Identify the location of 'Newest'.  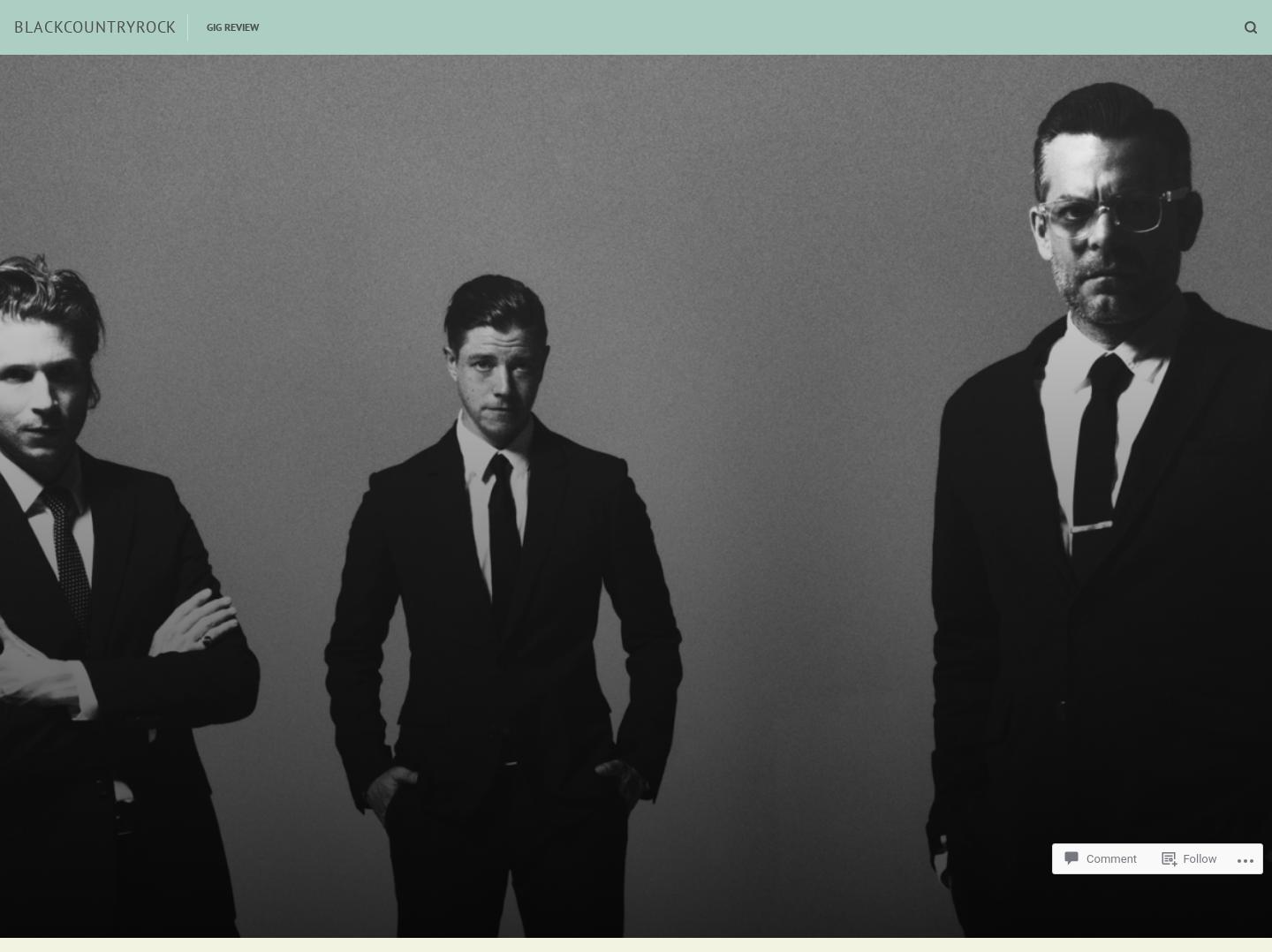
(796, 117).